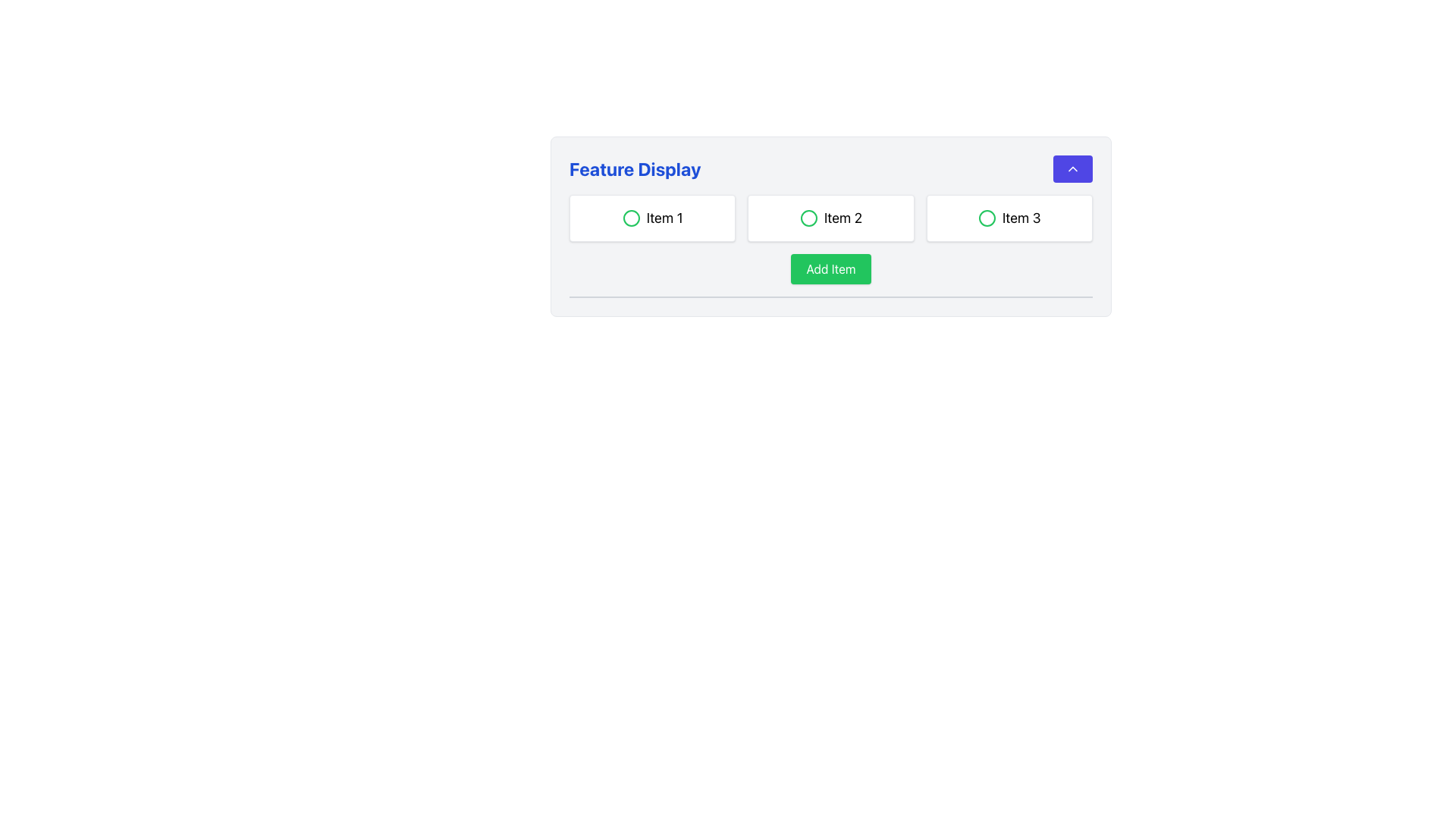 This screenshot has height=819, width=1456. Describe the element at coordinates (1072, 169) in the screenshot. I see `the upward-pointing chevron arrow icon located in the top-right corner of the blue rectangular button within the feature display box to interact with it` at that location.